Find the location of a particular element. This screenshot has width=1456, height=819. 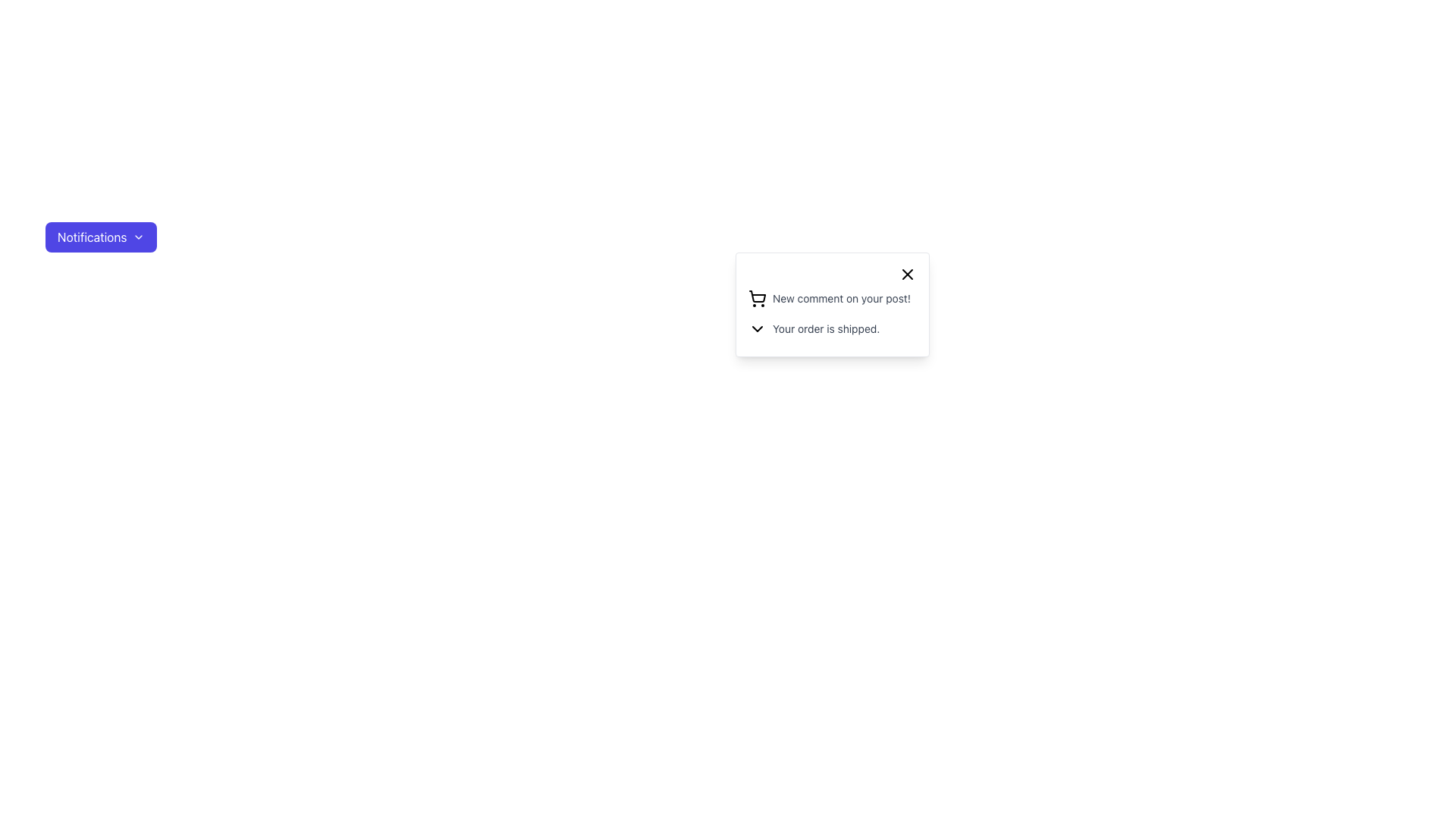

the first notification item in the dropdown that indicates a new comment on the user's post is located at coordinates (832, 298).